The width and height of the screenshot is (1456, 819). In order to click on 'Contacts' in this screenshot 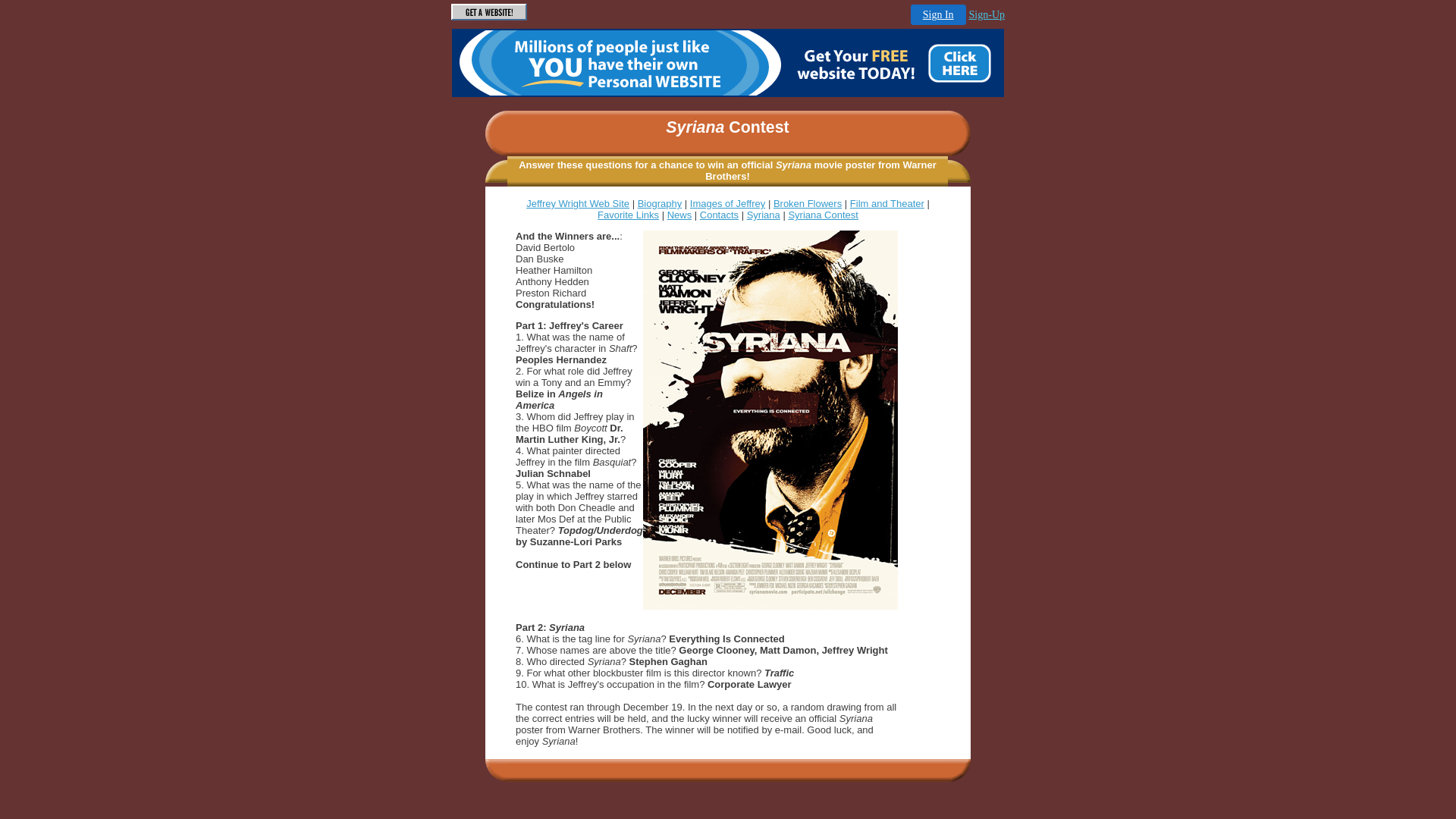, I will do `click(718, 215)`.